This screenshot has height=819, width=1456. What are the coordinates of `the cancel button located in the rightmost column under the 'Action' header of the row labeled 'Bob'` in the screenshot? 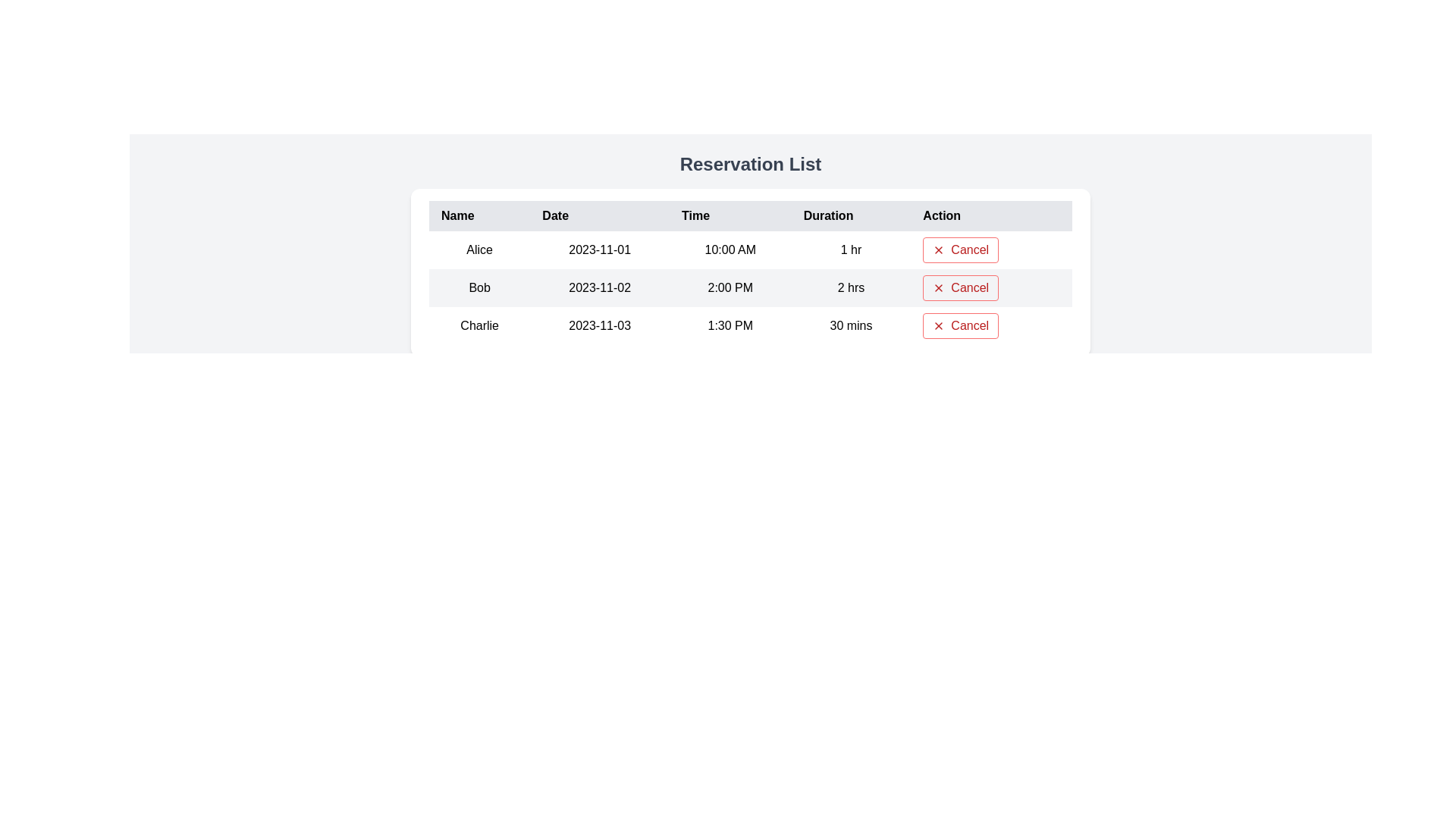 It's located at (991, 288).